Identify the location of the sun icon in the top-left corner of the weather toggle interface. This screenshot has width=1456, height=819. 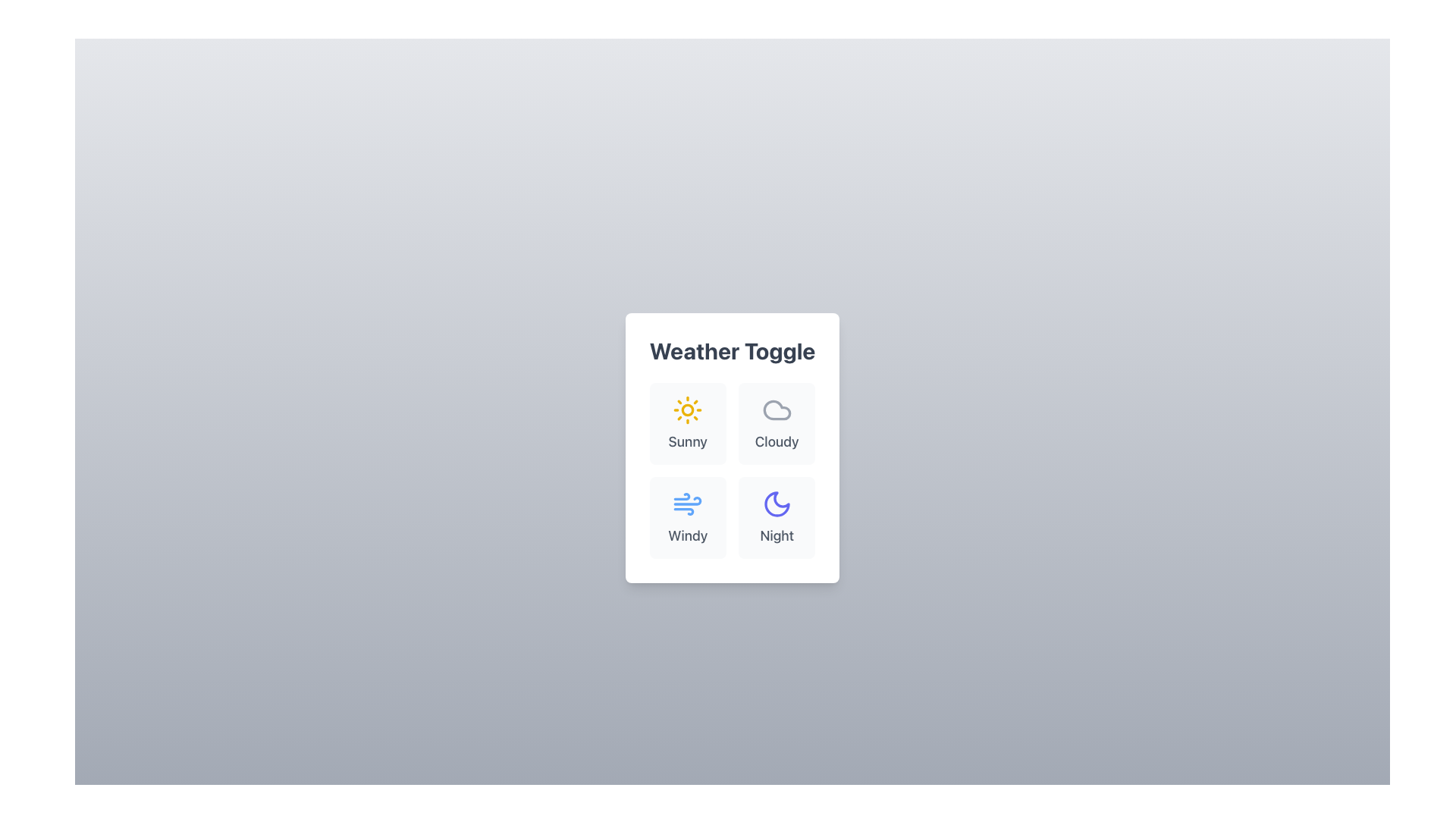
(687, 409).